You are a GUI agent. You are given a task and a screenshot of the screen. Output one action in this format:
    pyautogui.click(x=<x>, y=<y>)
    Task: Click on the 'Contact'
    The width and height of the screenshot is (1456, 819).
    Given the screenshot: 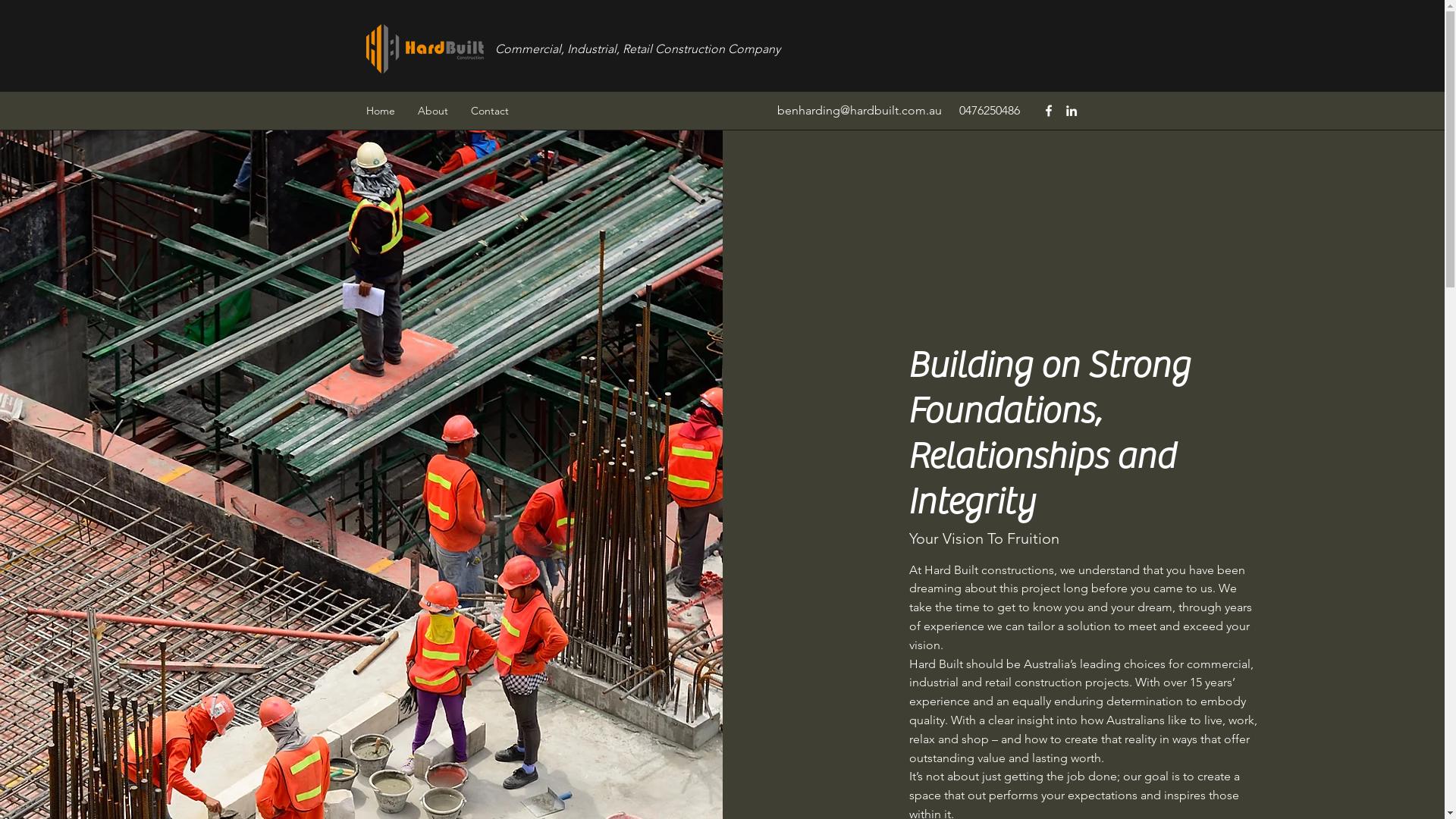 What is the action you would take?
    pyautogui.click(x=490, y=110)
    